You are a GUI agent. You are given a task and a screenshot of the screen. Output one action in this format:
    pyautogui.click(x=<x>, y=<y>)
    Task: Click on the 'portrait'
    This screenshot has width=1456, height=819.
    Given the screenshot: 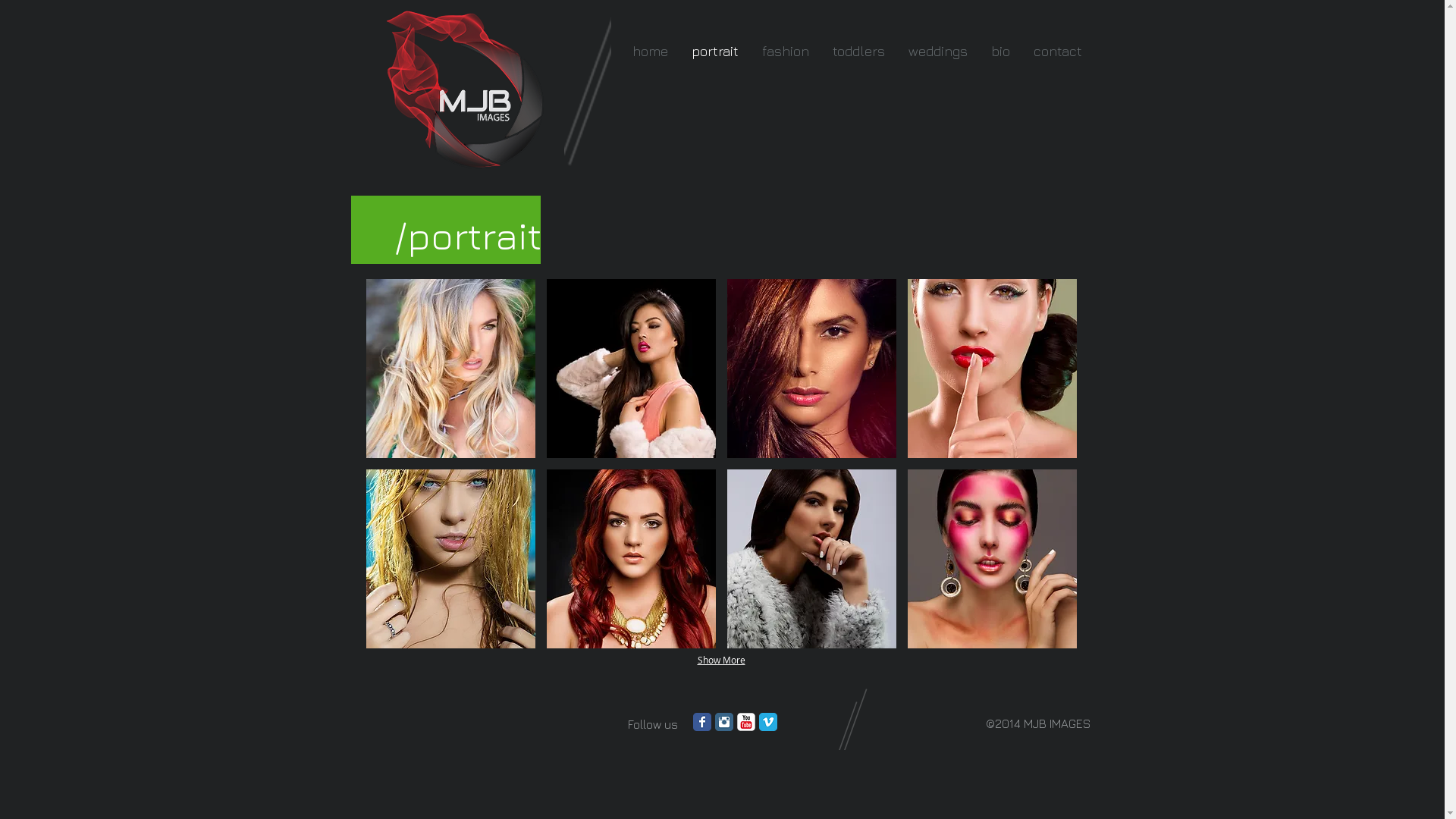 What is the action you would take?
    pyautogui.click(x=714, y=50)
    